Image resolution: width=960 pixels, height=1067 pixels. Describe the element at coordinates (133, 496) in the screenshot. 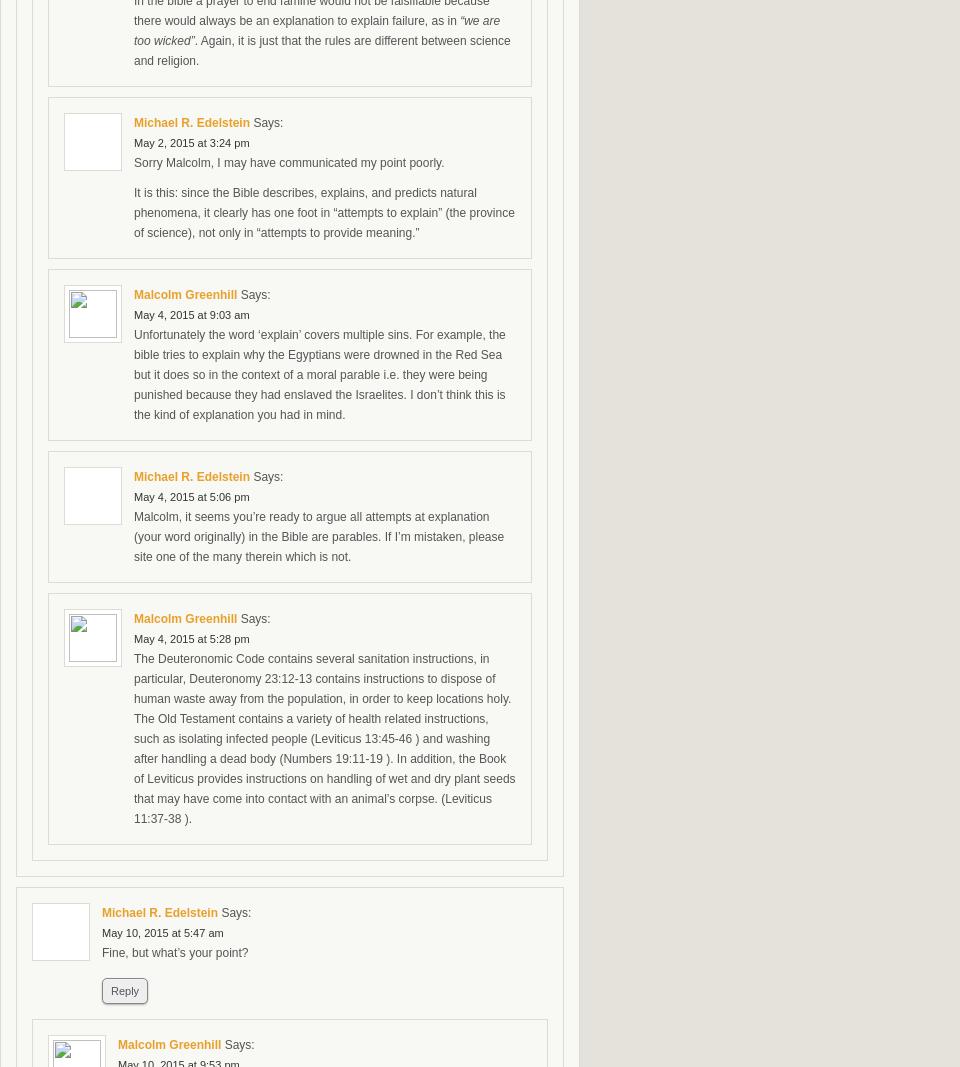

I see `'May 4, 2015 at 5:06 pm'` at that location.